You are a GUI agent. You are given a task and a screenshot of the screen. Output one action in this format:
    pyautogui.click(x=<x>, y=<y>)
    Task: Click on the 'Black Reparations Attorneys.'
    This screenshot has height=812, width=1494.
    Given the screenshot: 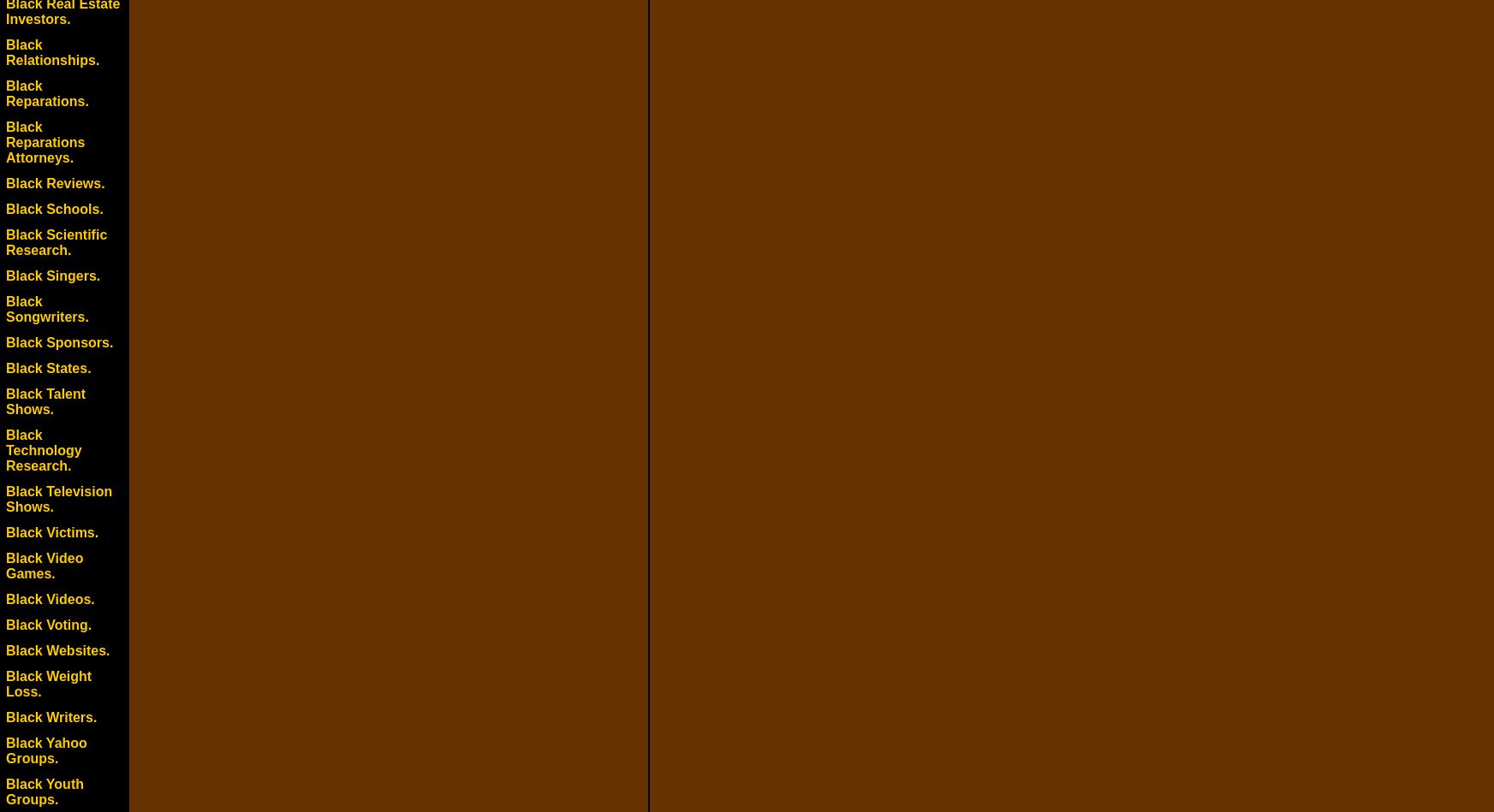 What is the action you would take?
    pyautogui.click(x=45, y=141)
    